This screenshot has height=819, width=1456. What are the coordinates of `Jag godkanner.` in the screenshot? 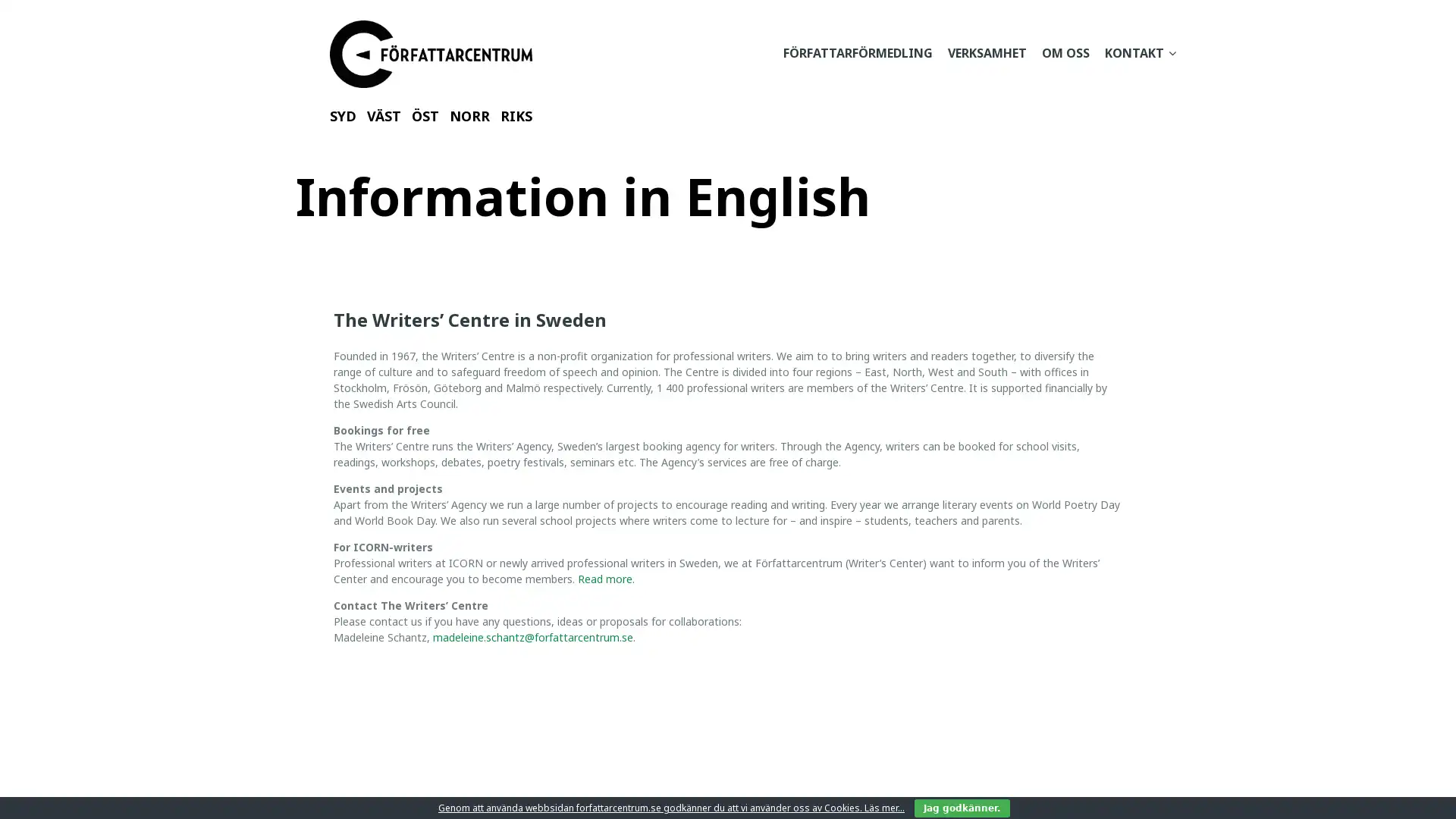 It's located at (961, 807).